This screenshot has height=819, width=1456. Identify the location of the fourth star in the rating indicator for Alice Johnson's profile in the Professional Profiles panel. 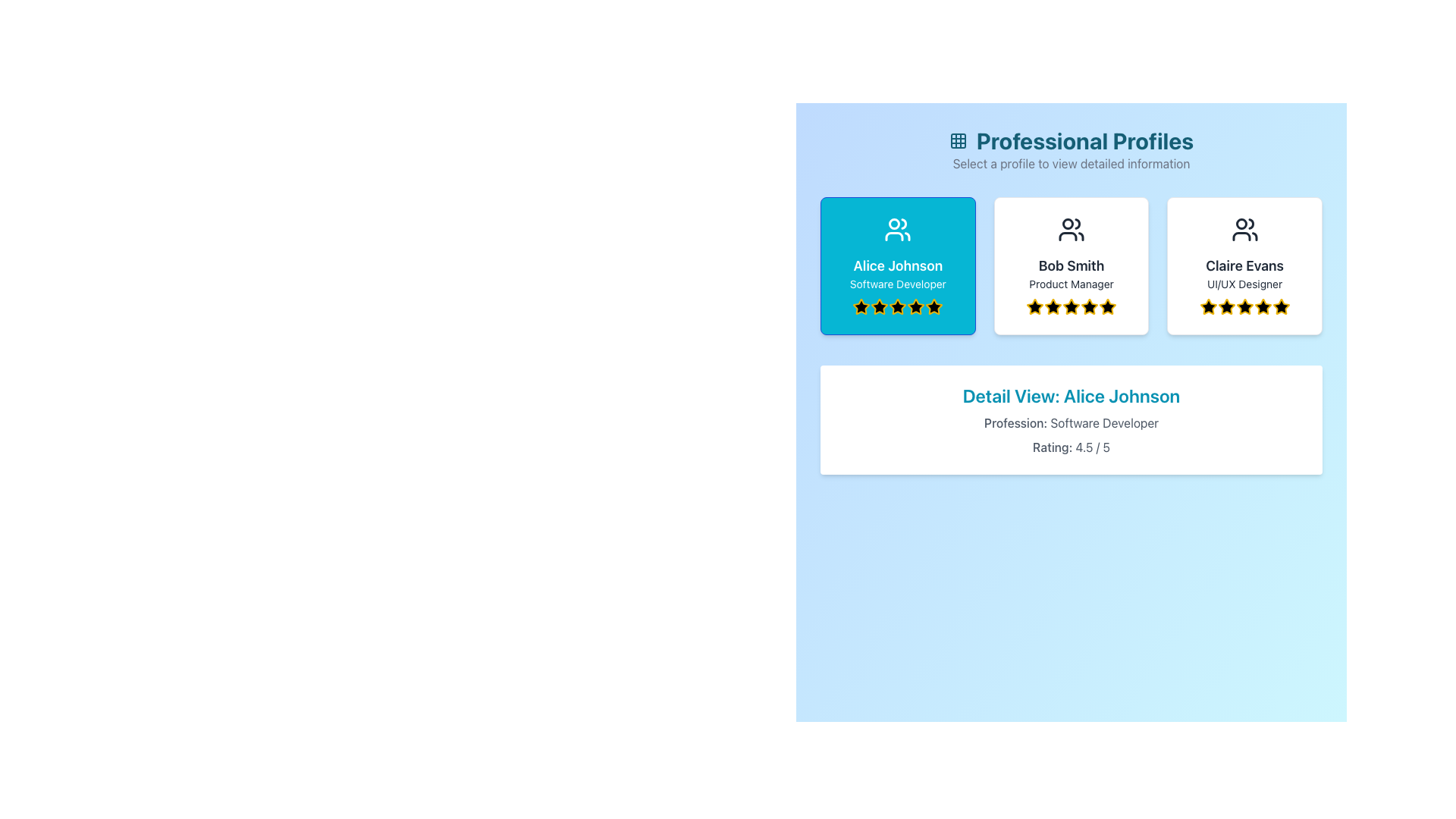
(898, 307).